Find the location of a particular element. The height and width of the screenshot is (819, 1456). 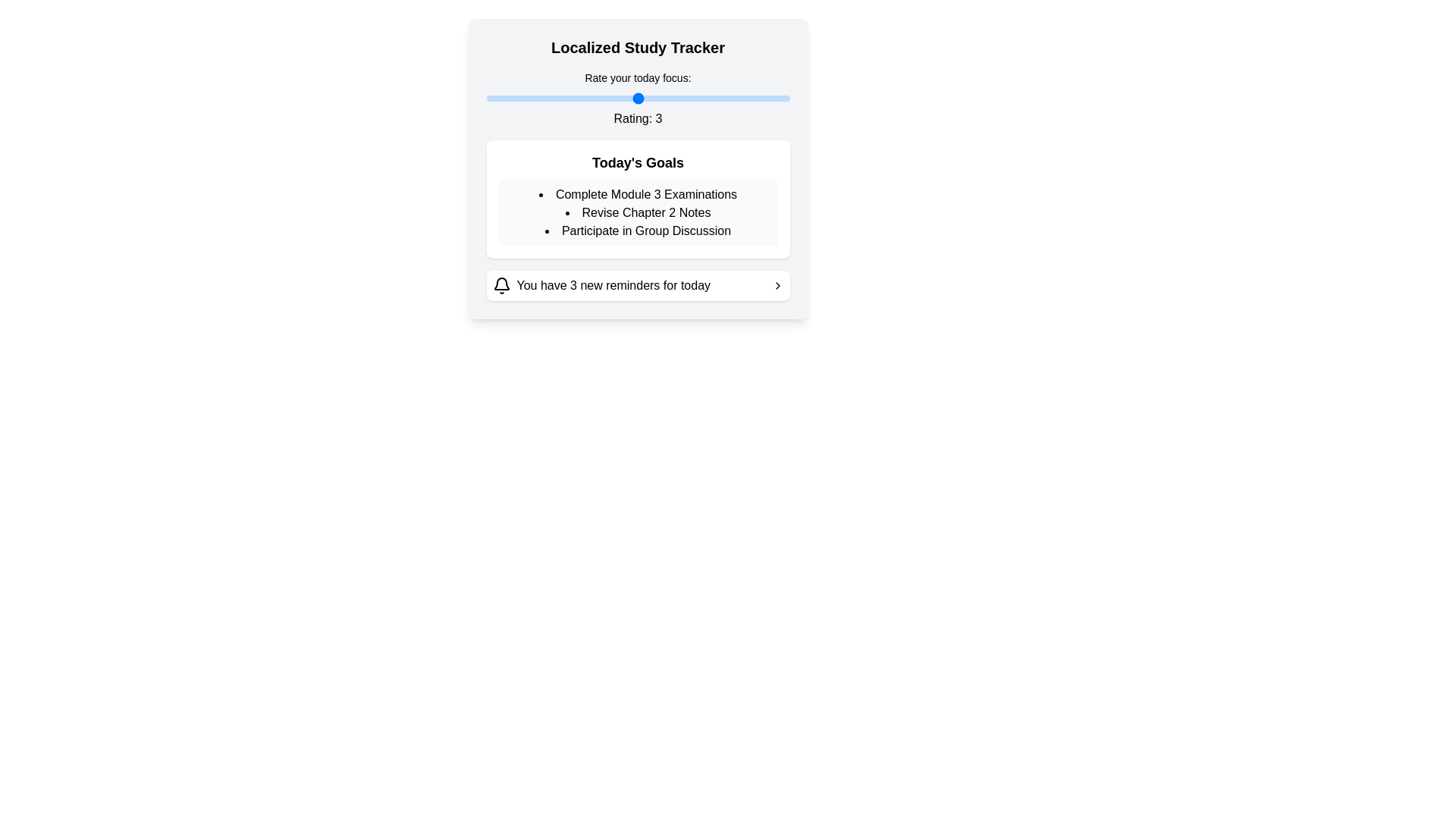

the right-facing chevron icon located at the far right of the notification panel that displays 'You have 3 new reminders for today' is located at coordinates (777, 286).